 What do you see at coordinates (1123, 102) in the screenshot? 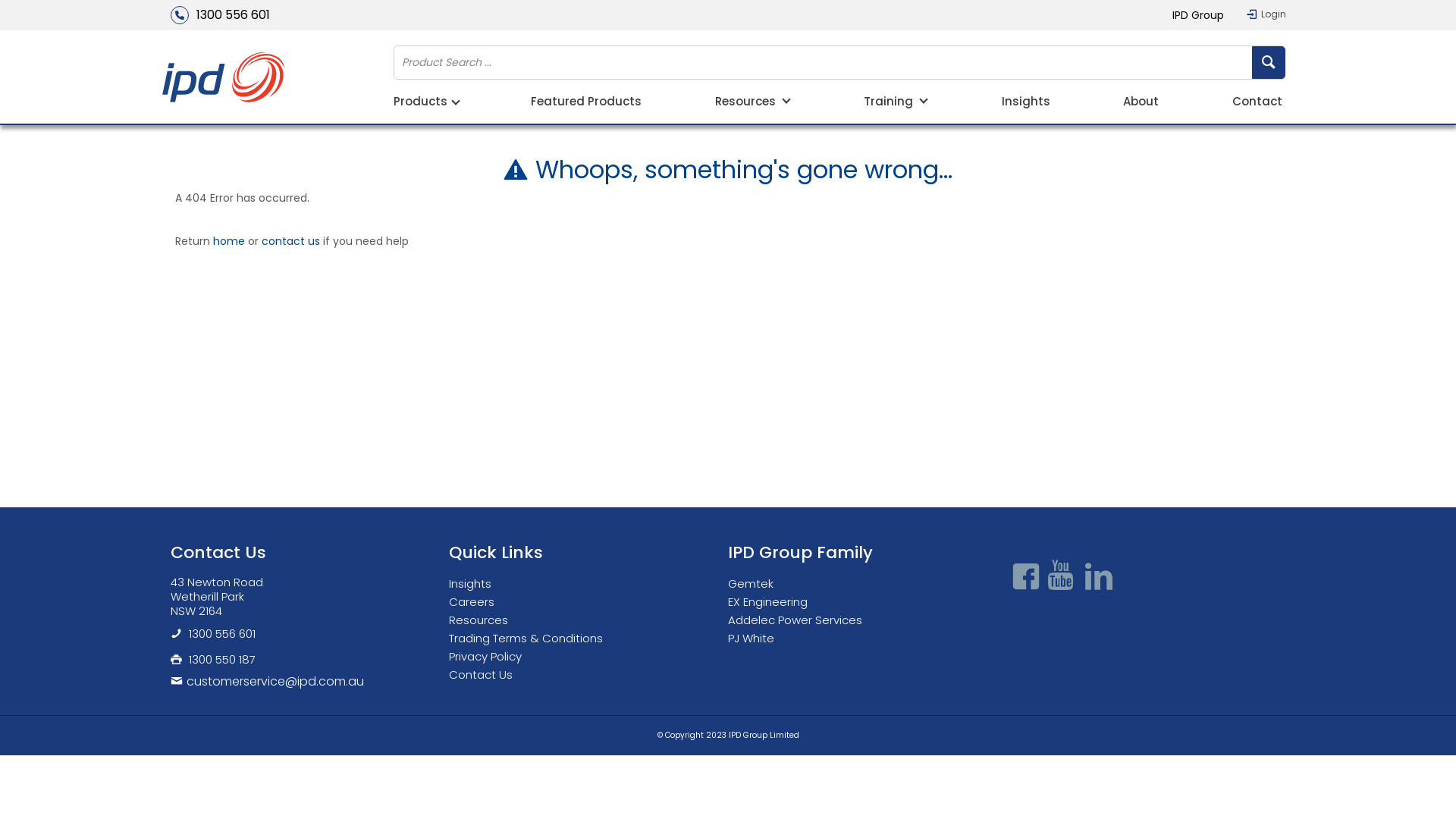
I see `'About'` at bounding box center [1123, 102].